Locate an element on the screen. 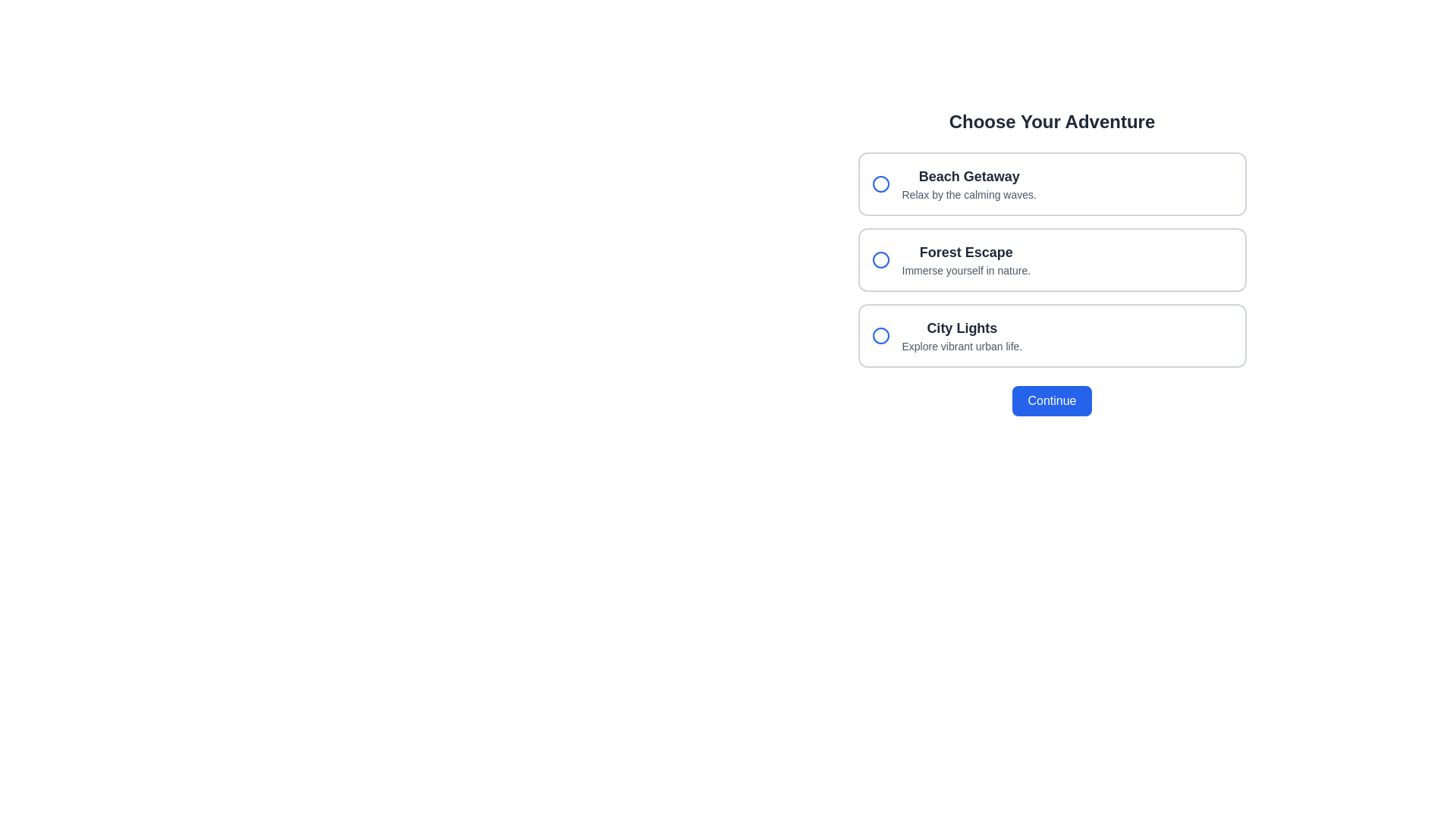 The width and height of the screenshot is (1456, 819). text from the text block titled 'Beach Getaway' which contains a subtitle 'Relax by the calming waves' is located at coordinates (968, 184).